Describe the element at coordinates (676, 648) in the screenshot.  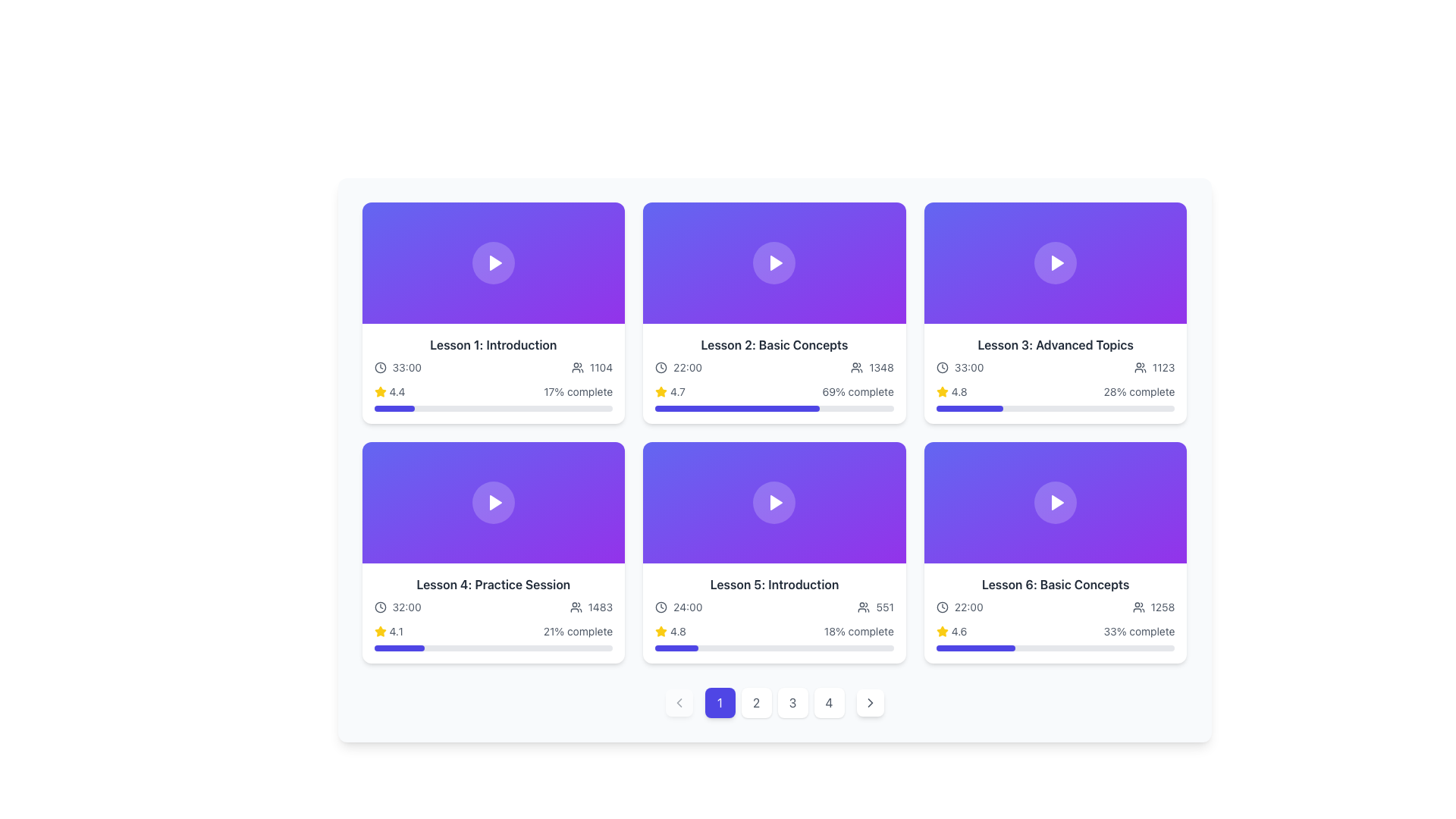
I see `the filled portion of the progress bar representing 18% completion for 'Lesson 5: Introduction' located in the second row, third column of the grid layout` at that location.